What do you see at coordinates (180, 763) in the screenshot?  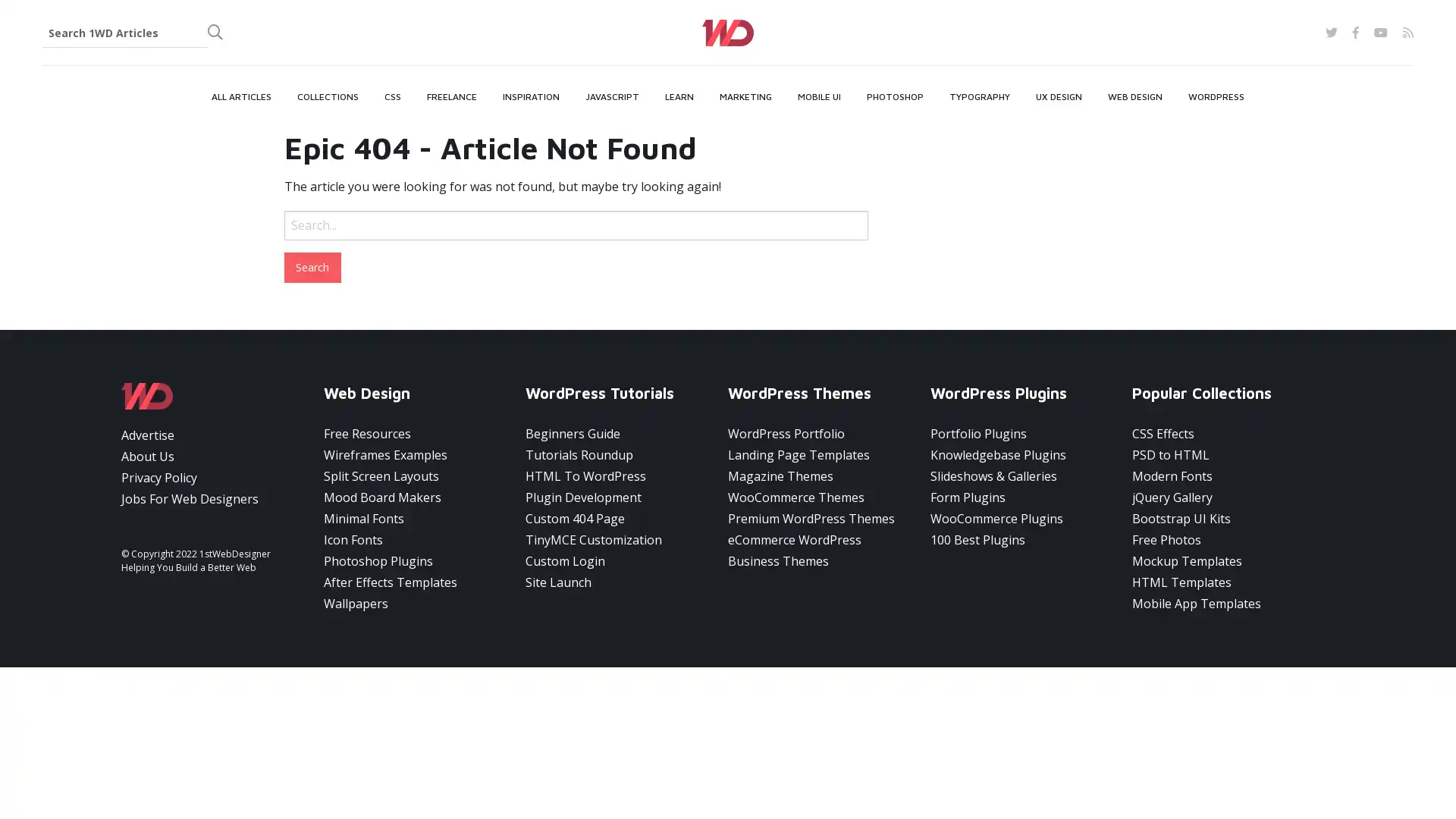 I see `learn more about cookies` at bounding box center [180, 763].